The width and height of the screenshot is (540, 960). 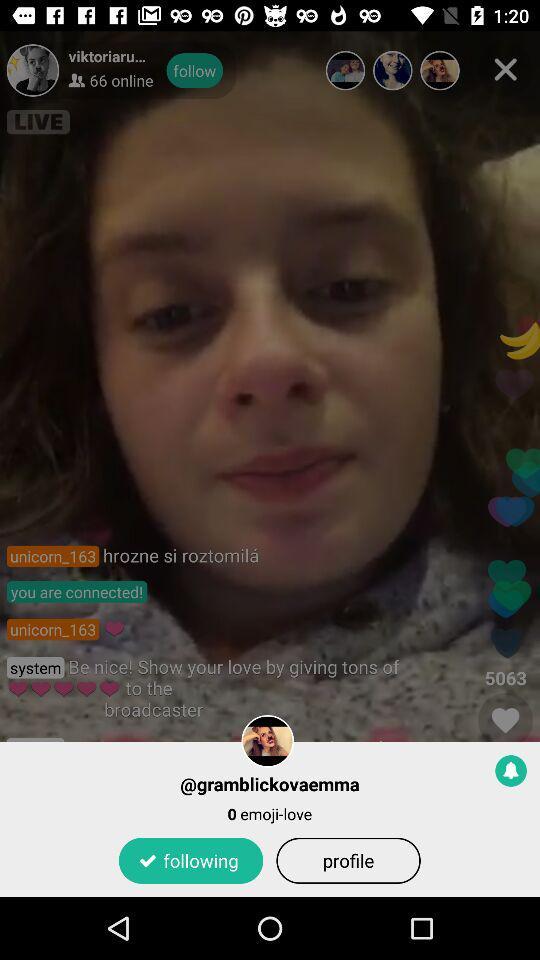 What do you see at coordinates (191, 859) in the screenshot?
I see `following item` at bounding box center [191, 859].